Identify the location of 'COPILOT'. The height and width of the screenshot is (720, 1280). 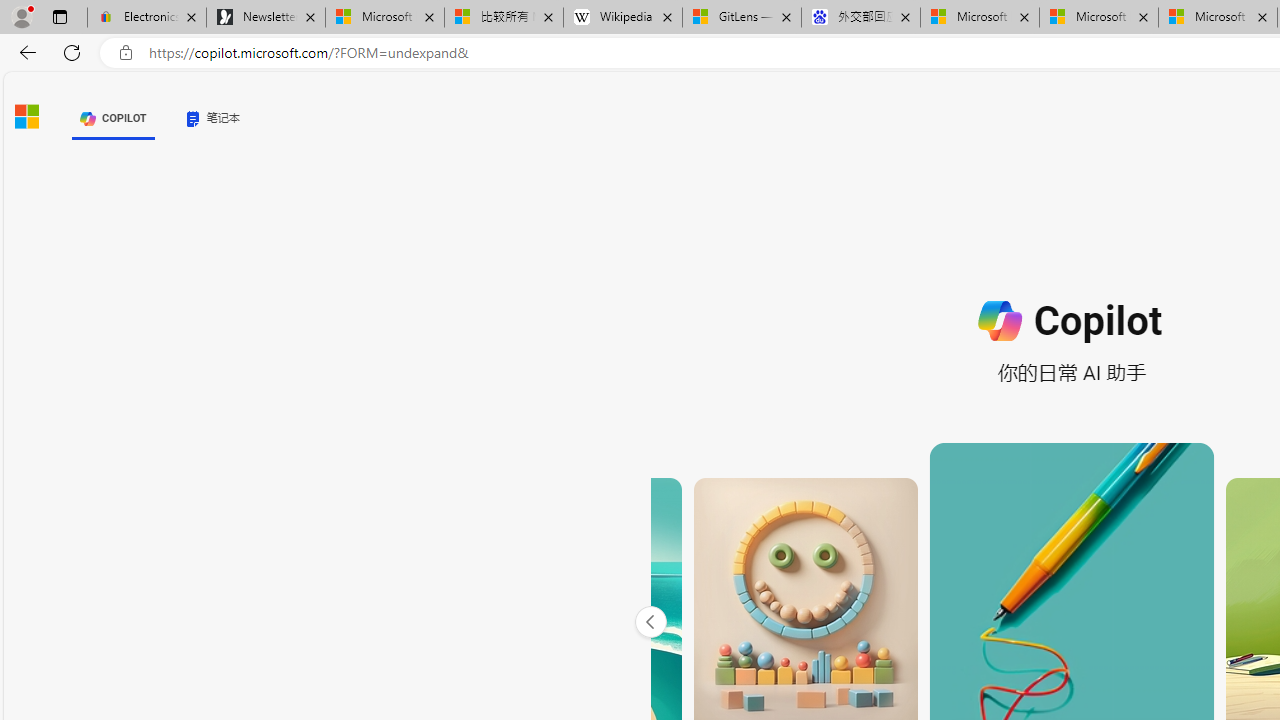
(112, 118).